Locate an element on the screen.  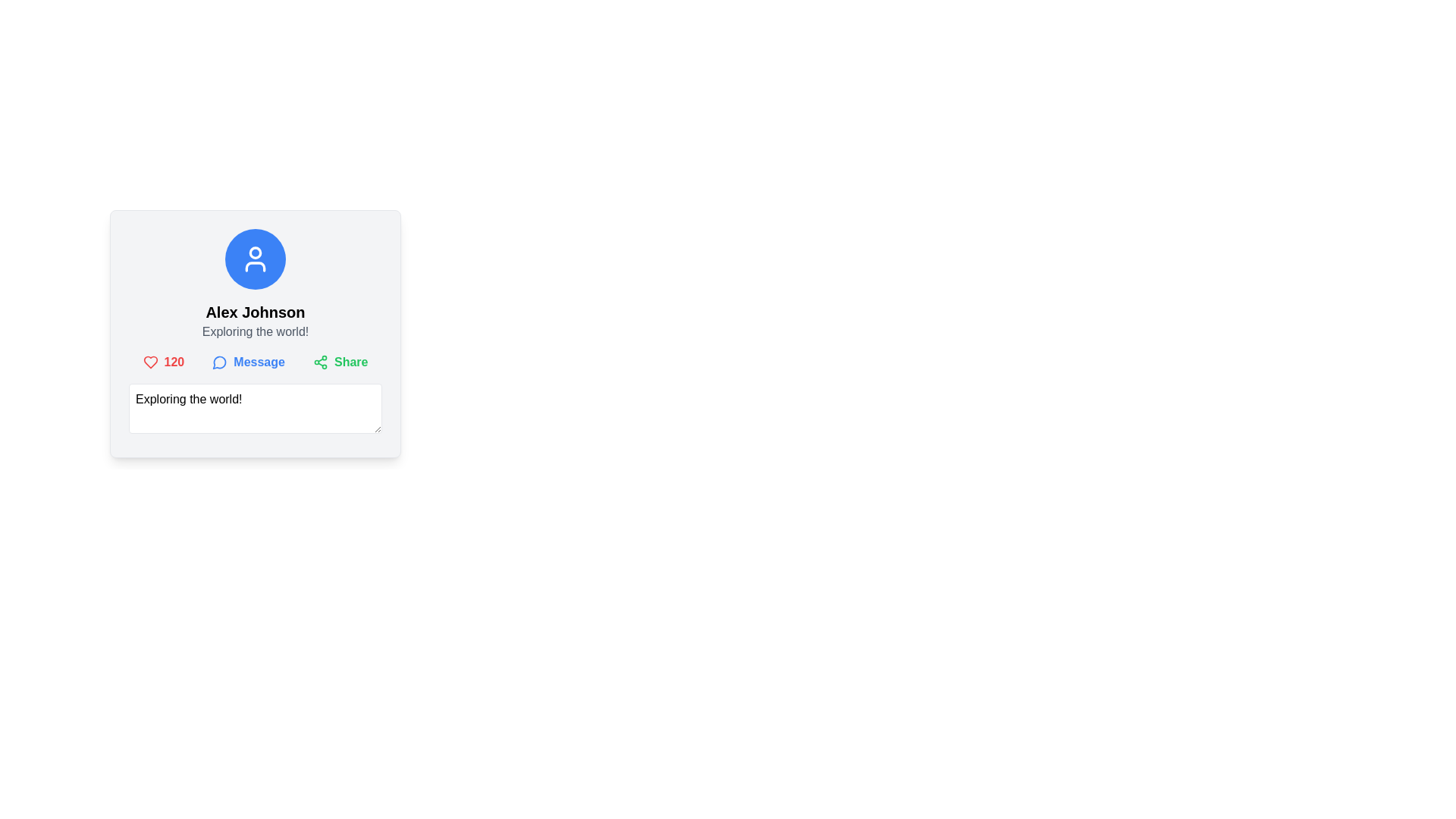
the heart icon to like or unlike the associated content in the card layout is located at coordinates (150, 362).